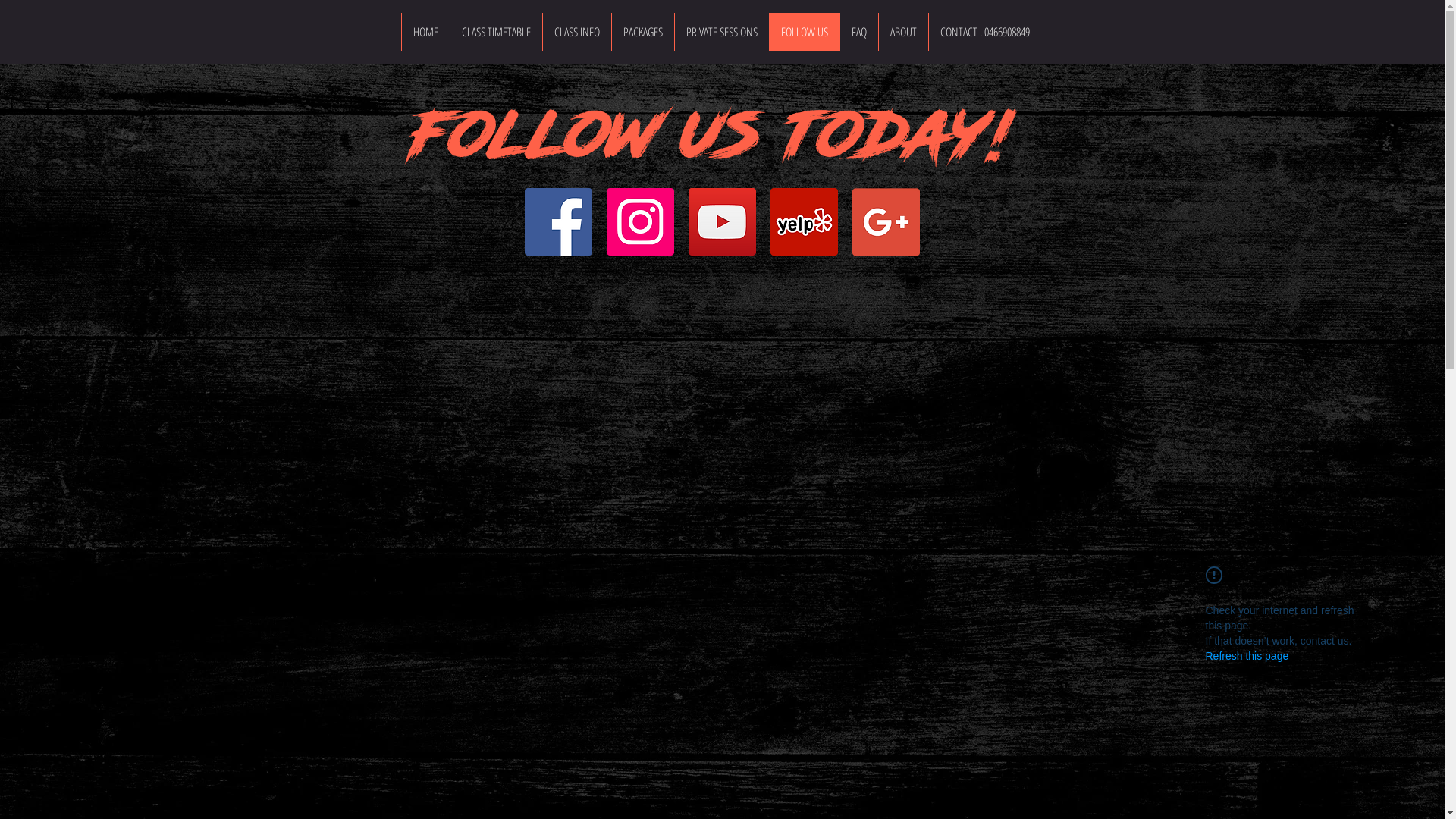 The image size is (1456, 819). I want to click on 'CLASS TIMETABLE', so click(494, 32).